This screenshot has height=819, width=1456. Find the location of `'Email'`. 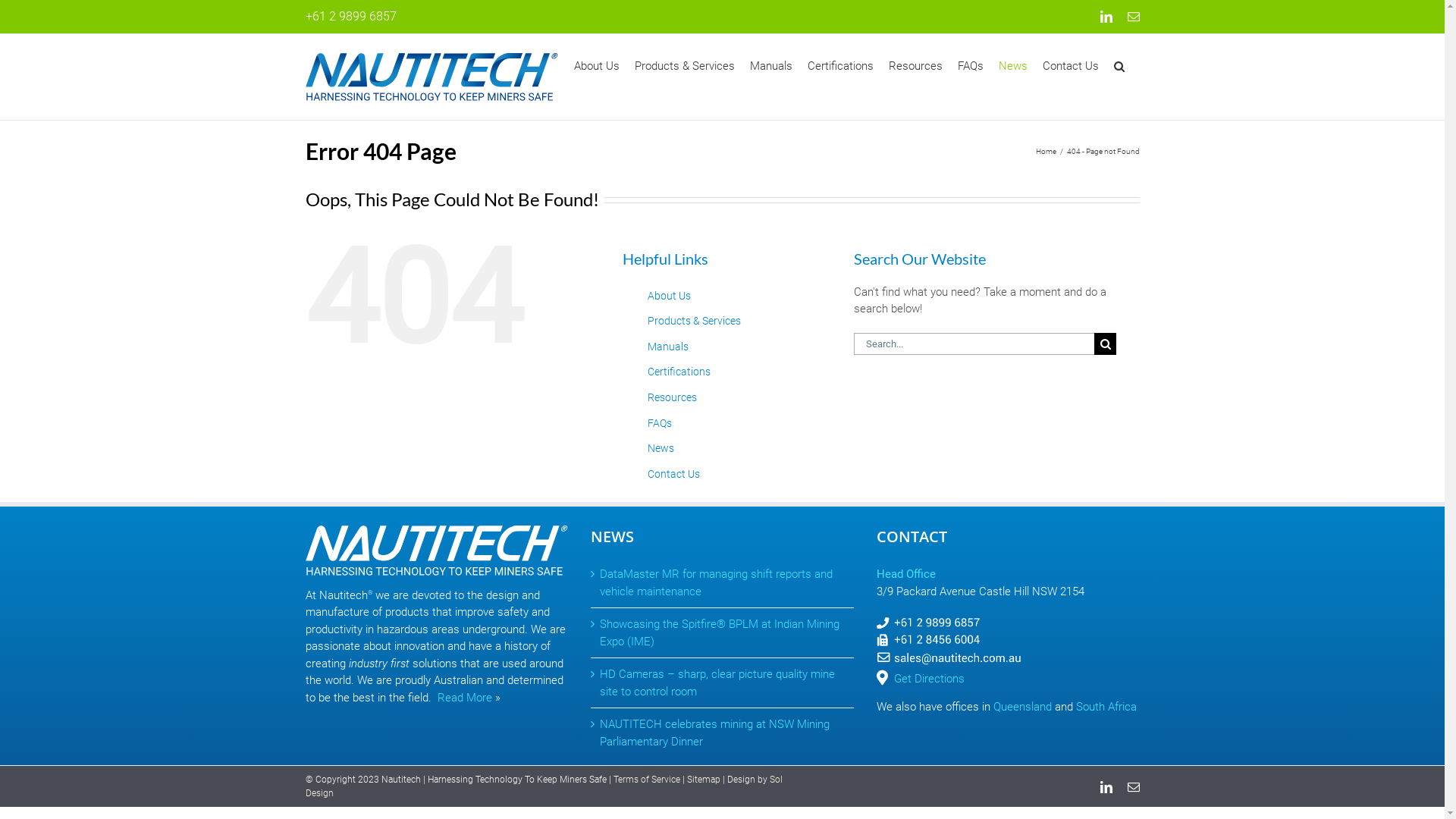

'Email' is located at coordinates (1132, 17).